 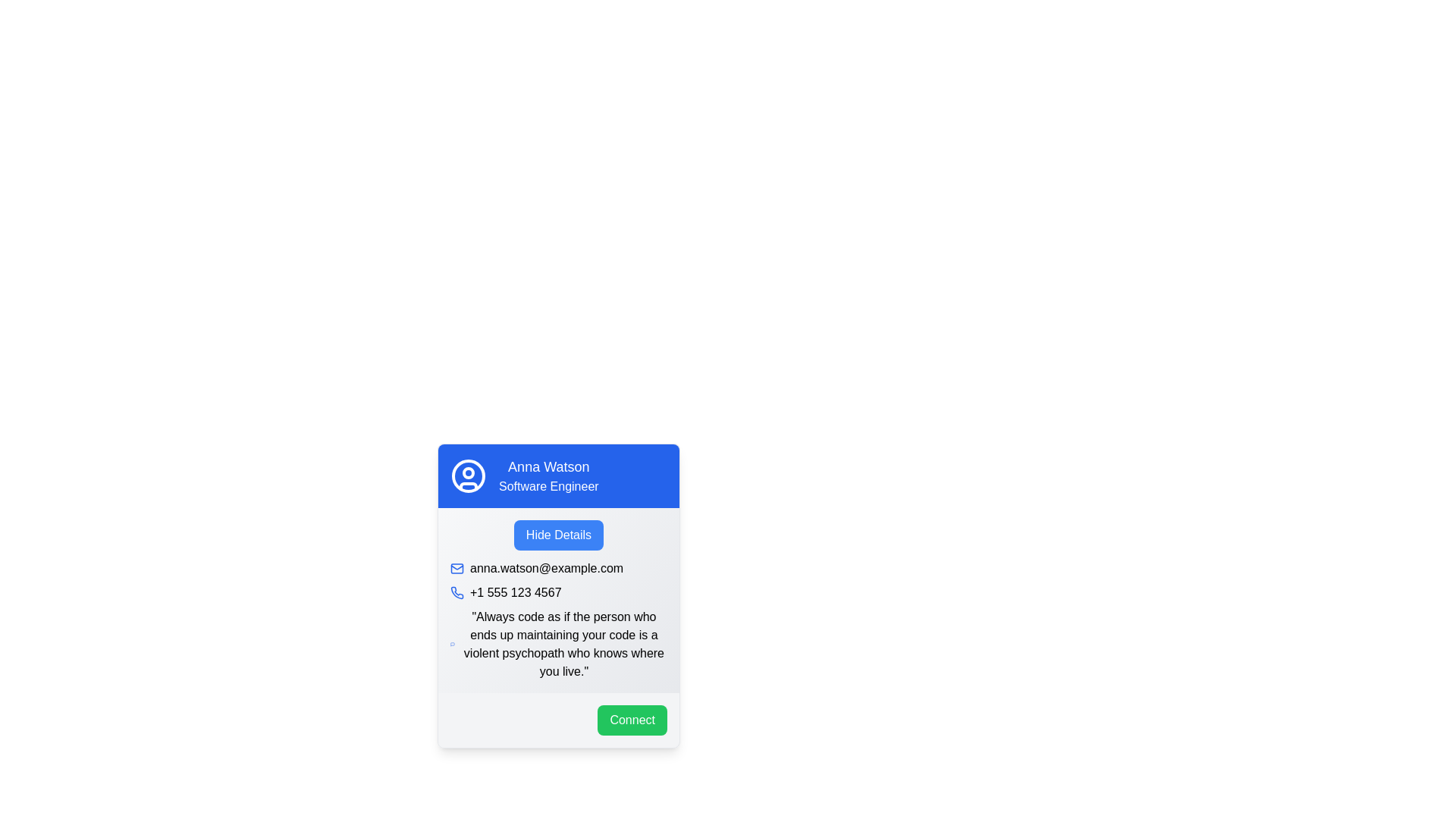 I want to click on the email icon located to the left of the text 'anna.watson@example.com' in the contact information section of the profile card, so click(x=457, y=568).